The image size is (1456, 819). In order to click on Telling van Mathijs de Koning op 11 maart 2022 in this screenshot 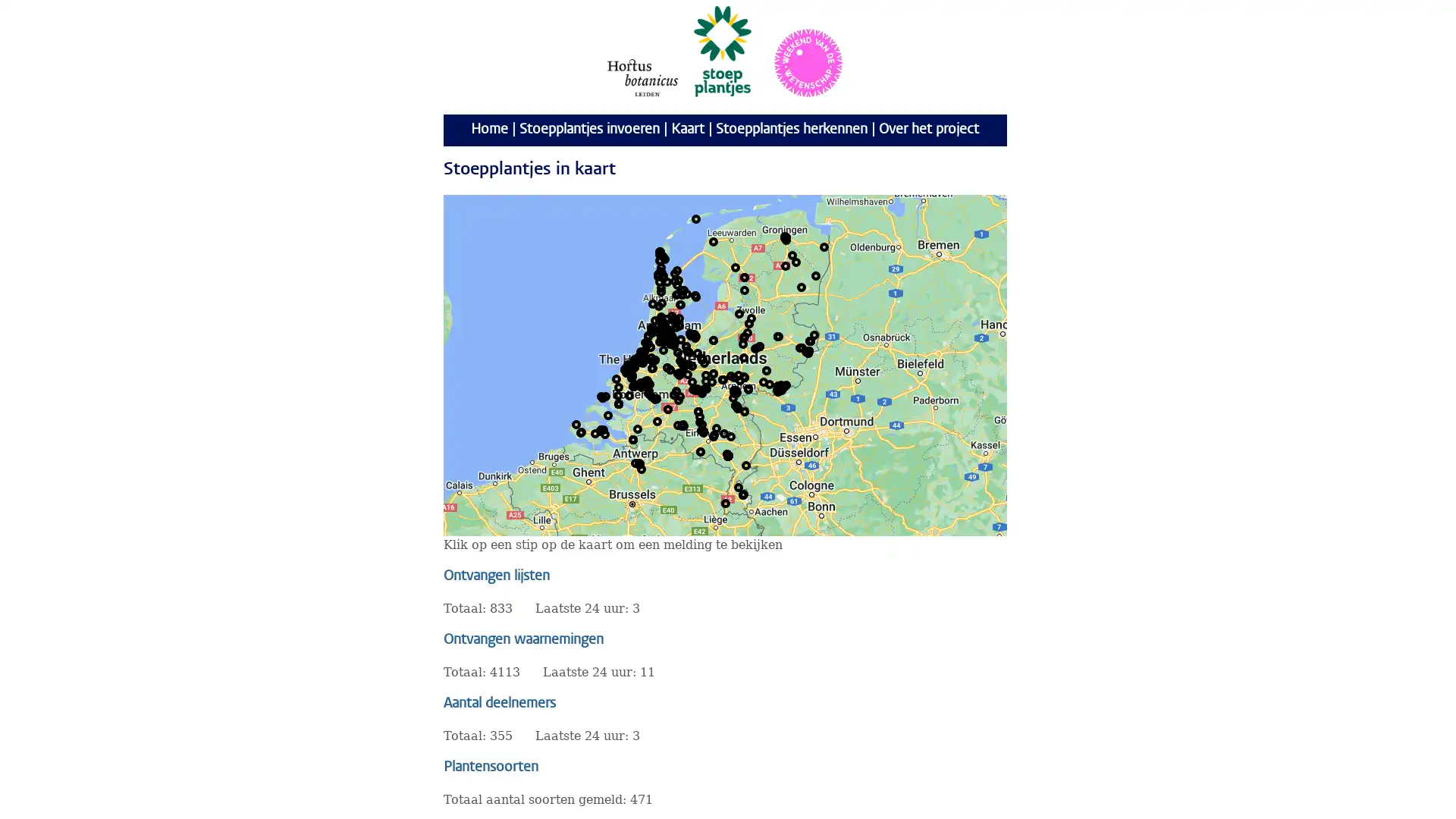, I will do `click(640, 359)`.